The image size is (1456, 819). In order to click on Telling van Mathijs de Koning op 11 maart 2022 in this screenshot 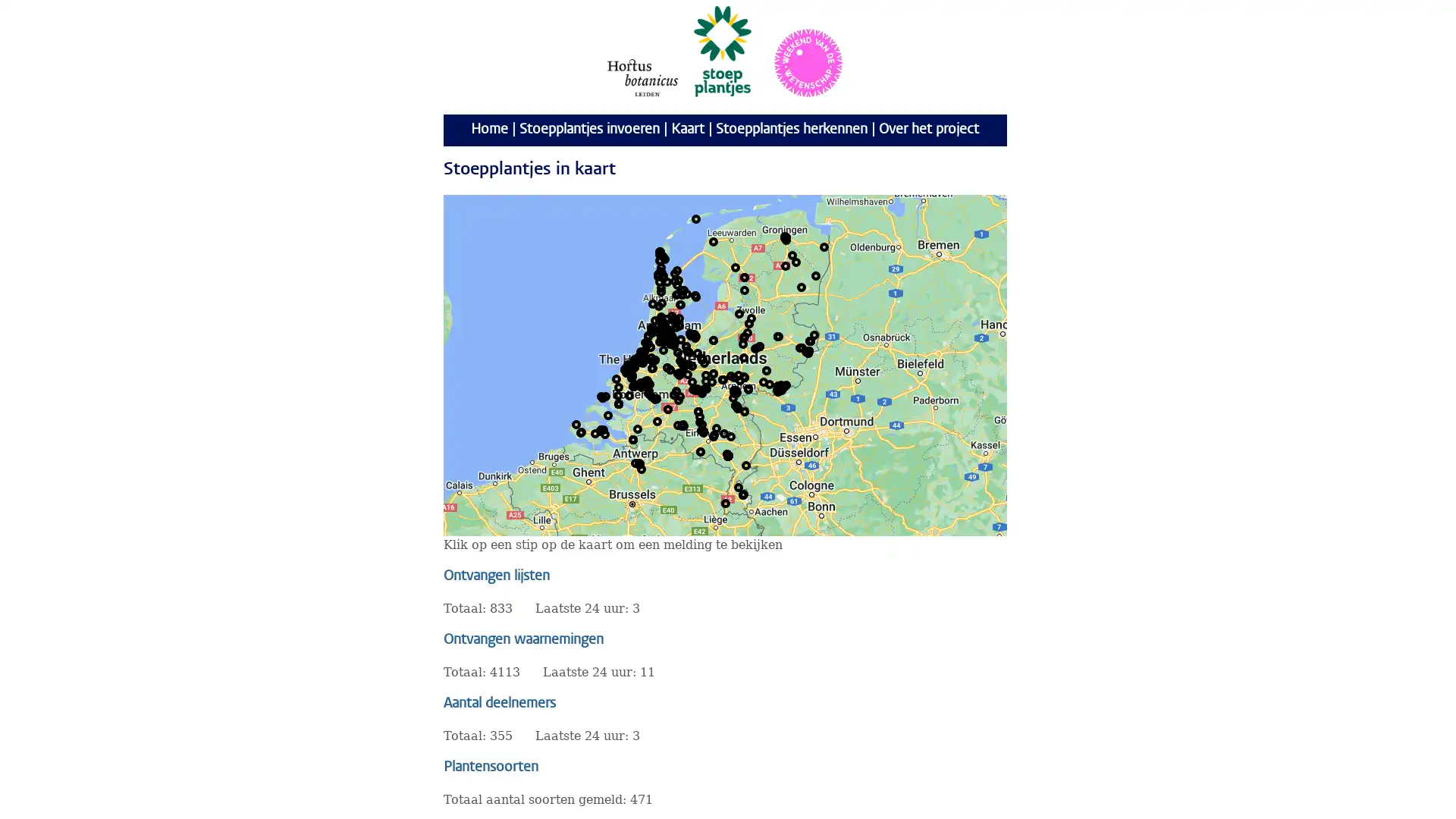, I will do `click(640, 359)`.